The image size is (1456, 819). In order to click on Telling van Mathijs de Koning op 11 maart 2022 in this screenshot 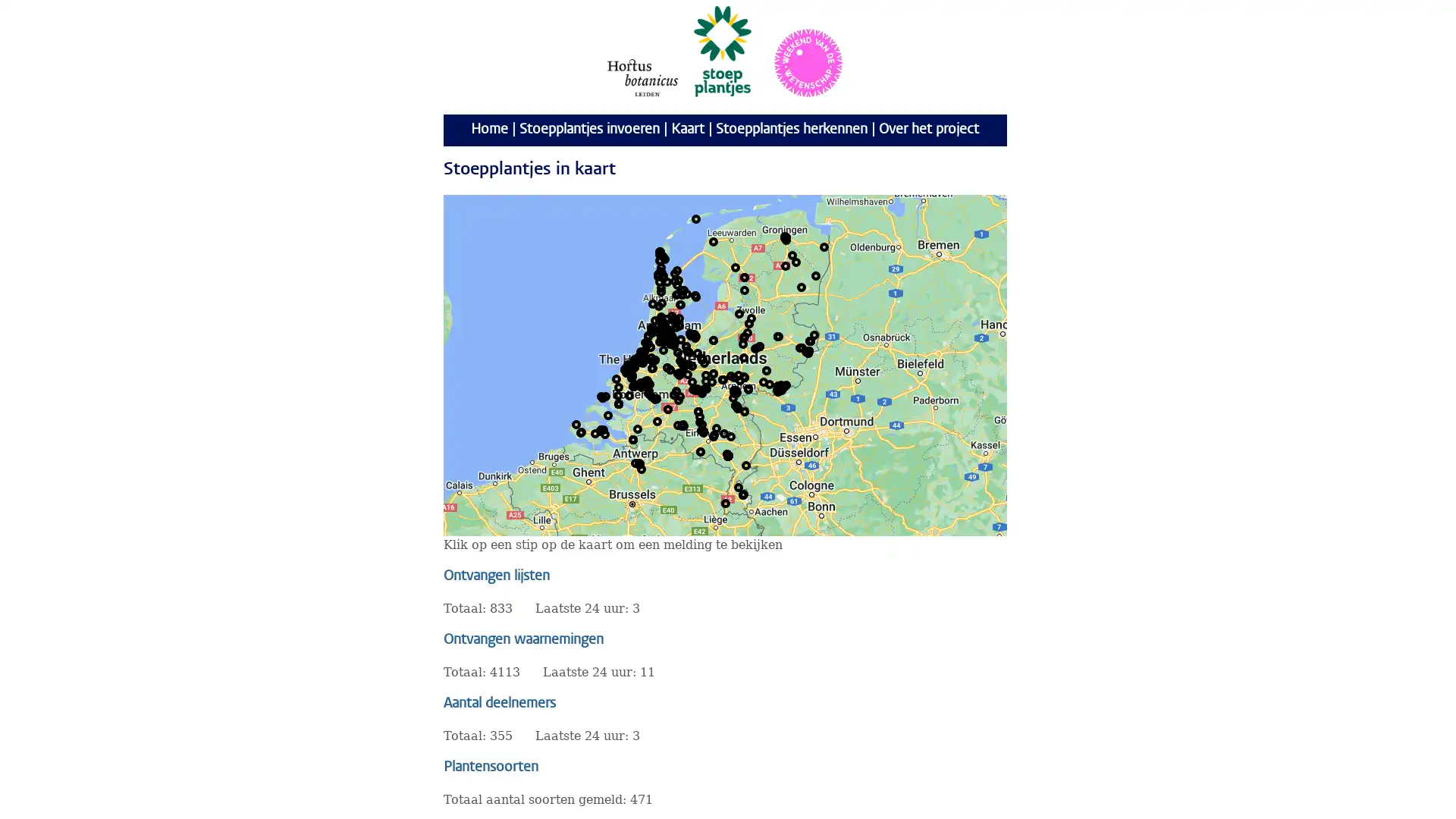, I will do `click(640, 359)`.